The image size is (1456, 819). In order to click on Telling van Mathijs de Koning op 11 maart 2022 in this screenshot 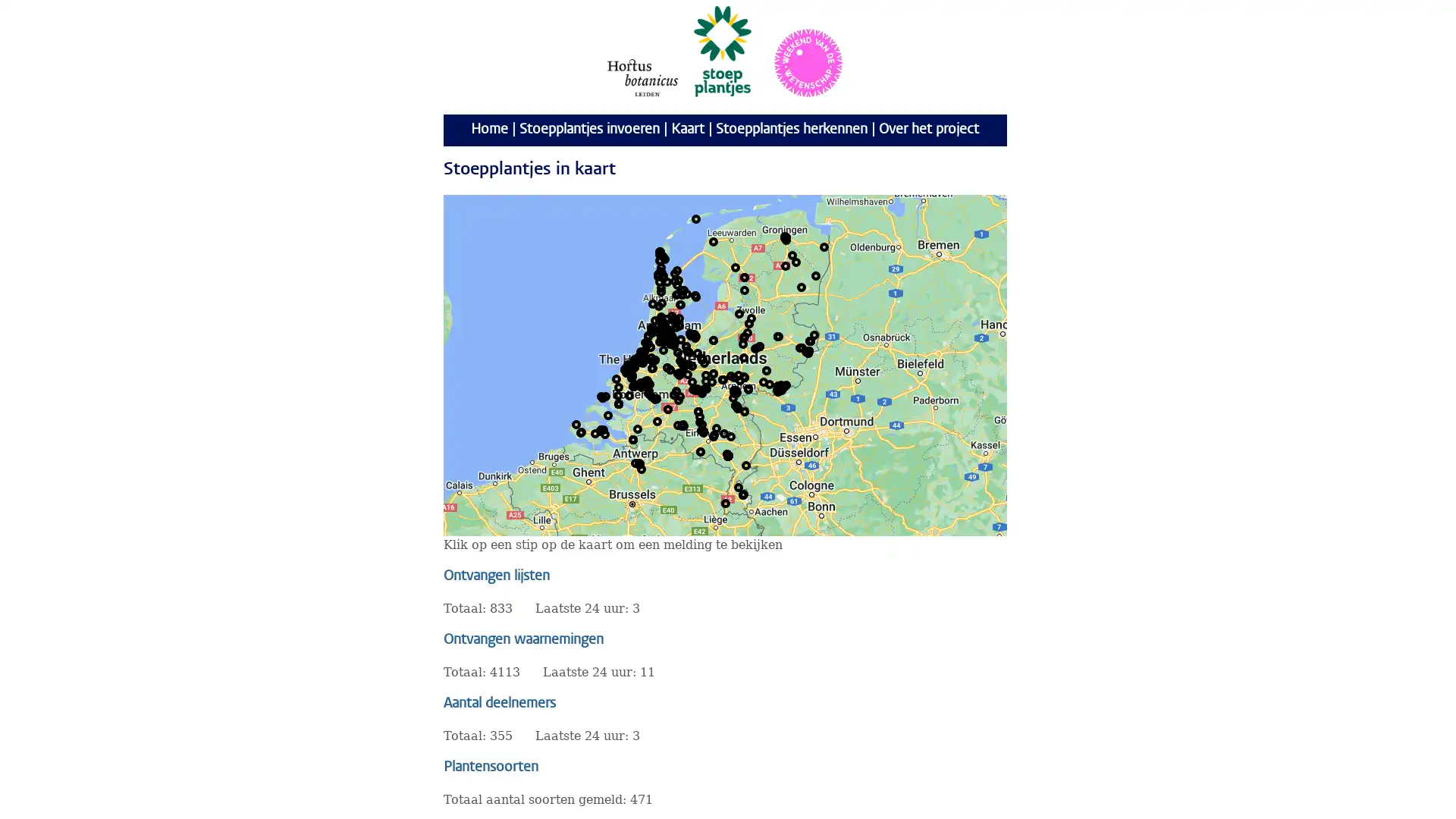, I will do `click(640, 359)`.